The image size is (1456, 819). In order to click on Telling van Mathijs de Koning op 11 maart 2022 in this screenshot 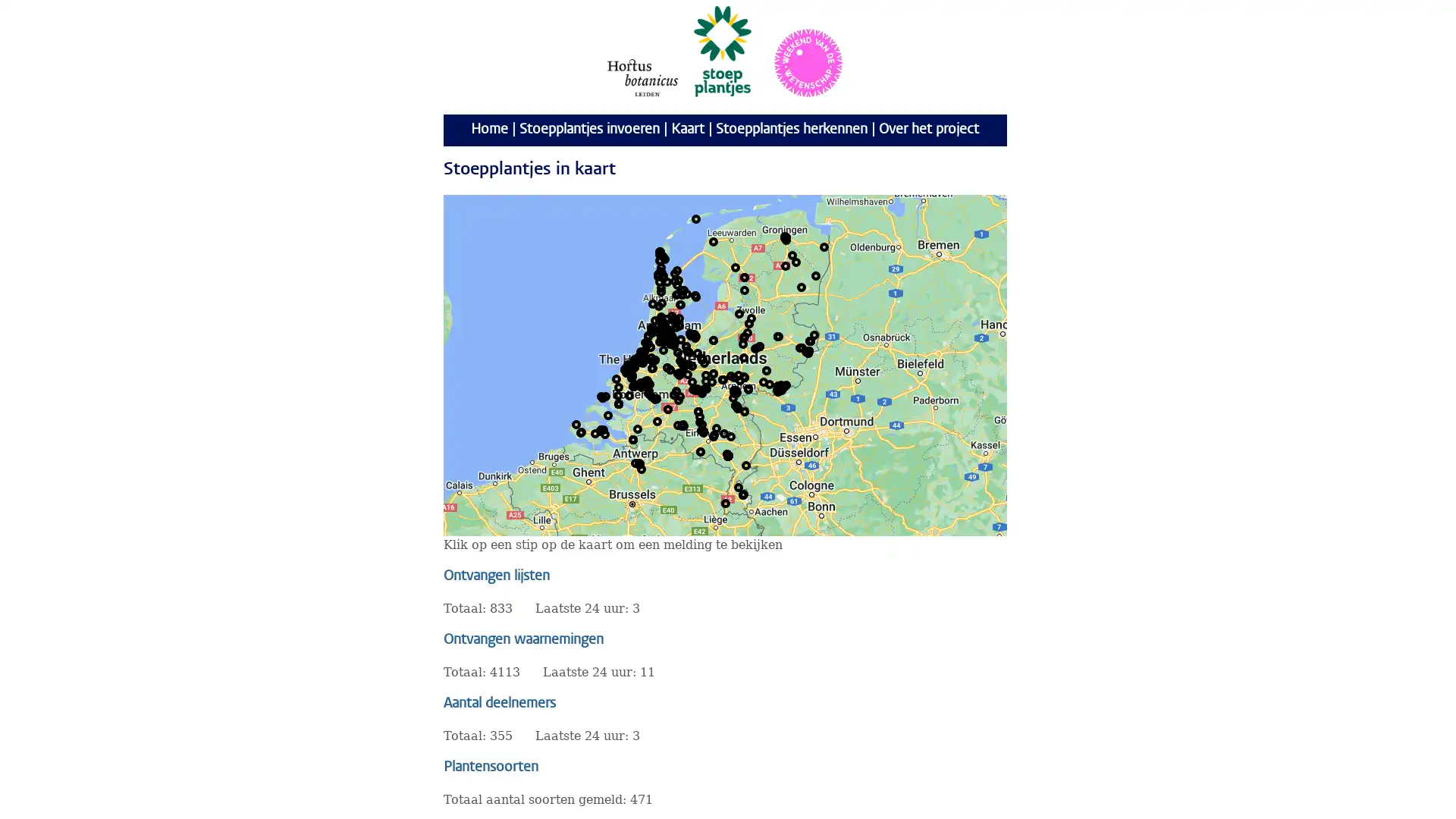, I will do `click(640, 359)`.